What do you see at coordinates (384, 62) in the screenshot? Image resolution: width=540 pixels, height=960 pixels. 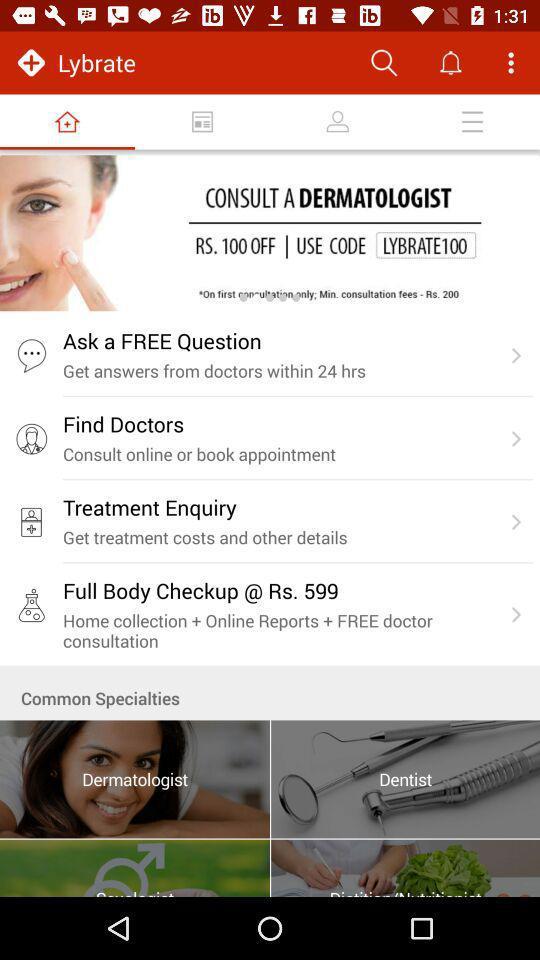 I see `search button` at bounding box center [384, 62].